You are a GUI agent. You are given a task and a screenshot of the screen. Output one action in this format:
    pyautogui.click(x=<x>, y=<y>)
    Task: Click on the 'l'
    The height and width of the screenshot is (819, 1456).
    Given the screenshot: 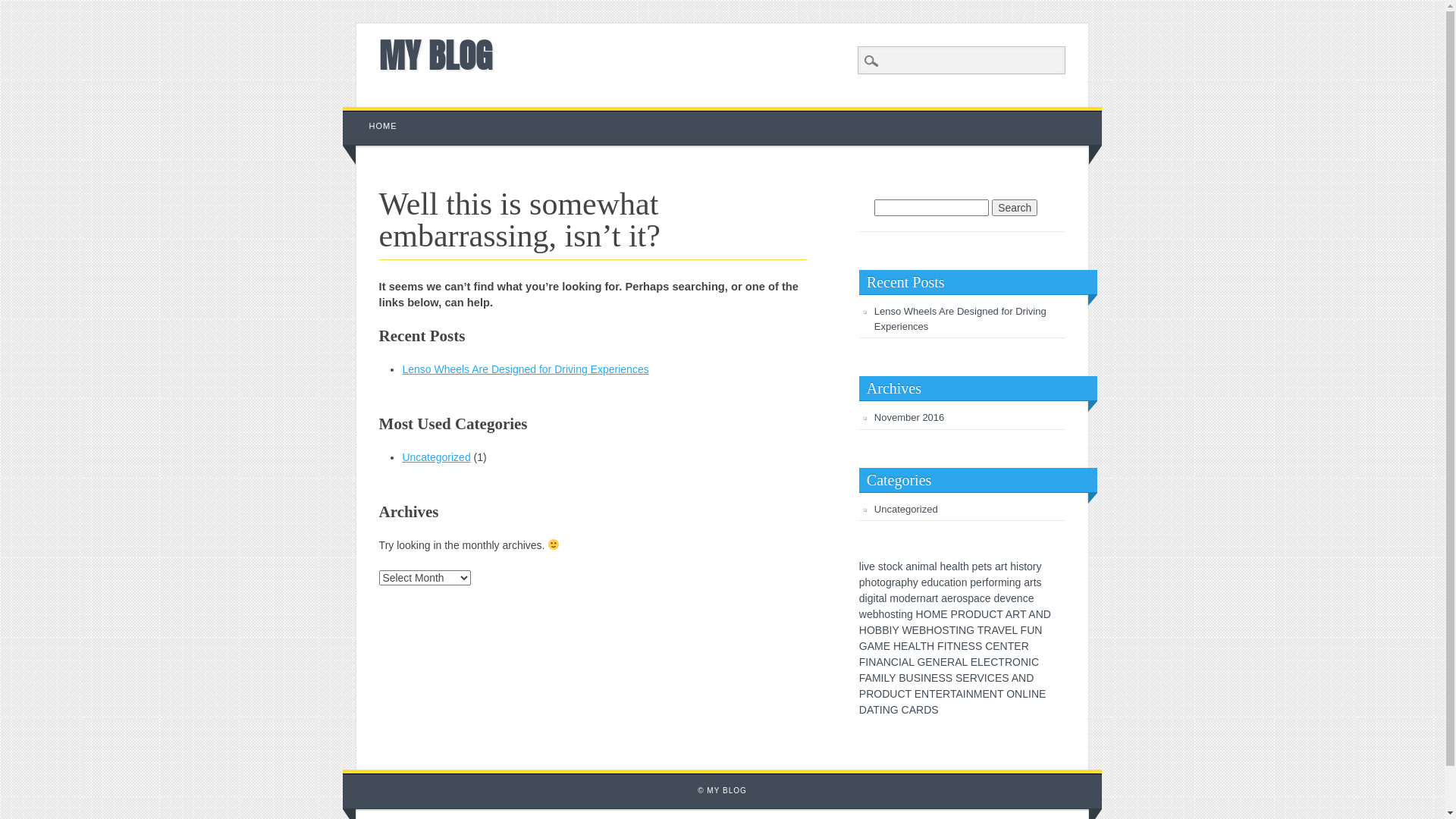 What is the action you would take?
    pyautogui.click(x=934, y=566)
    